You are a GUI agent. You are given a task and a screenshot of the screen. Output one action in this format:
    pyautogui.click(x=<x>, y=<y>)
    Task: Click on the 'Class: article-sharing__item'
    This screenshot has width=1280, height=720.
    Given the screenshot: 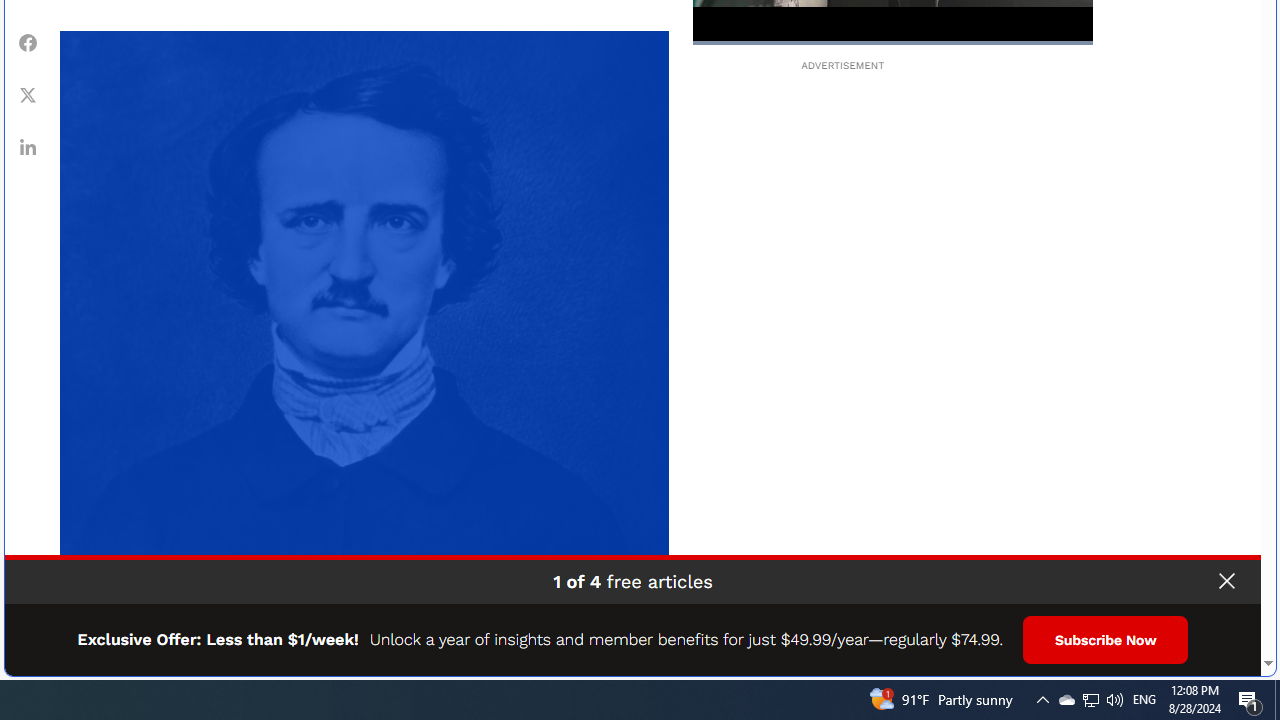 What is the action you would take?
    pyautogui.click(x=28, y=146)
    